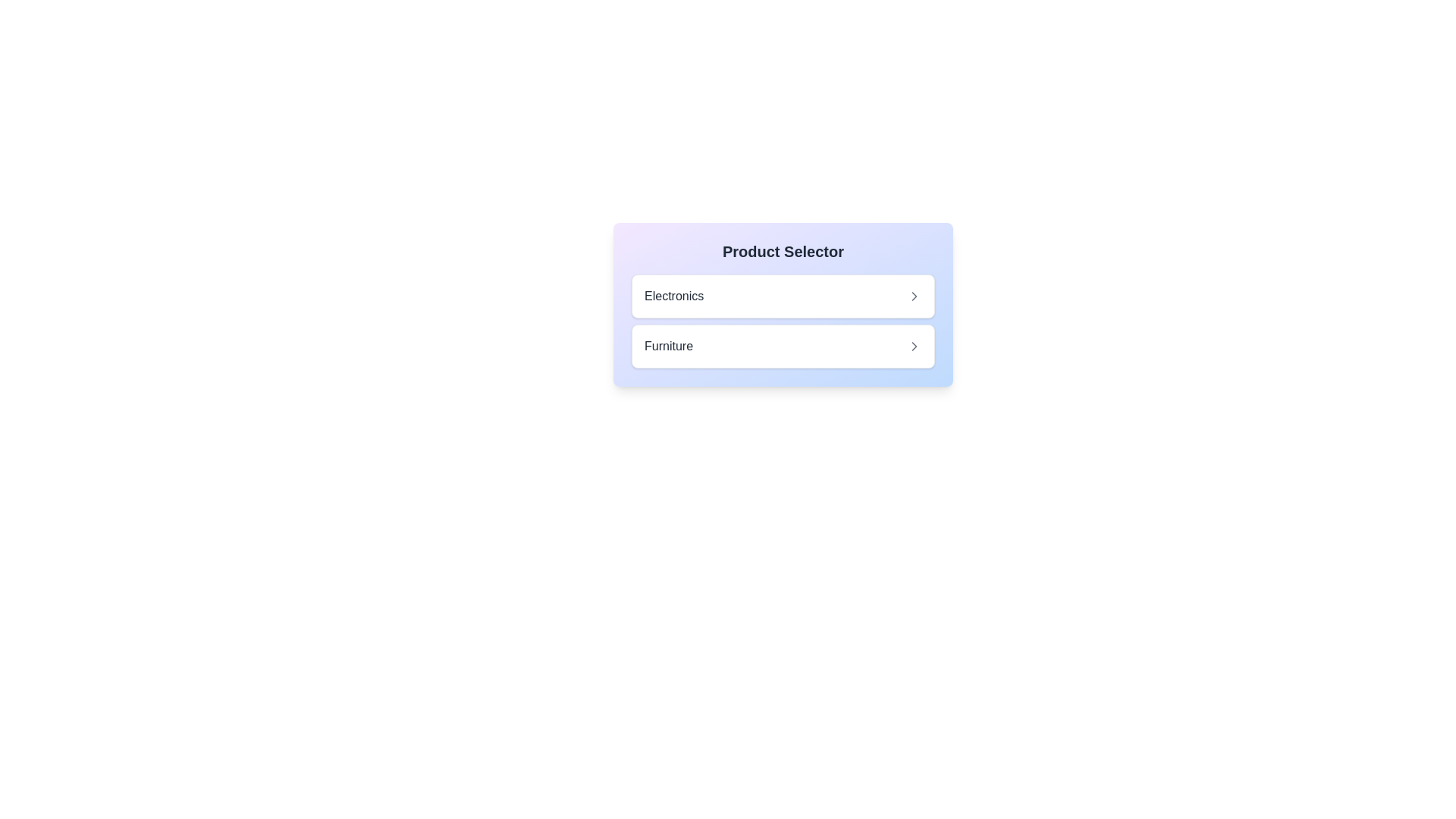  I want to click on the 'Electronics' option in the 'Product Selector' component, so click(783, 304).